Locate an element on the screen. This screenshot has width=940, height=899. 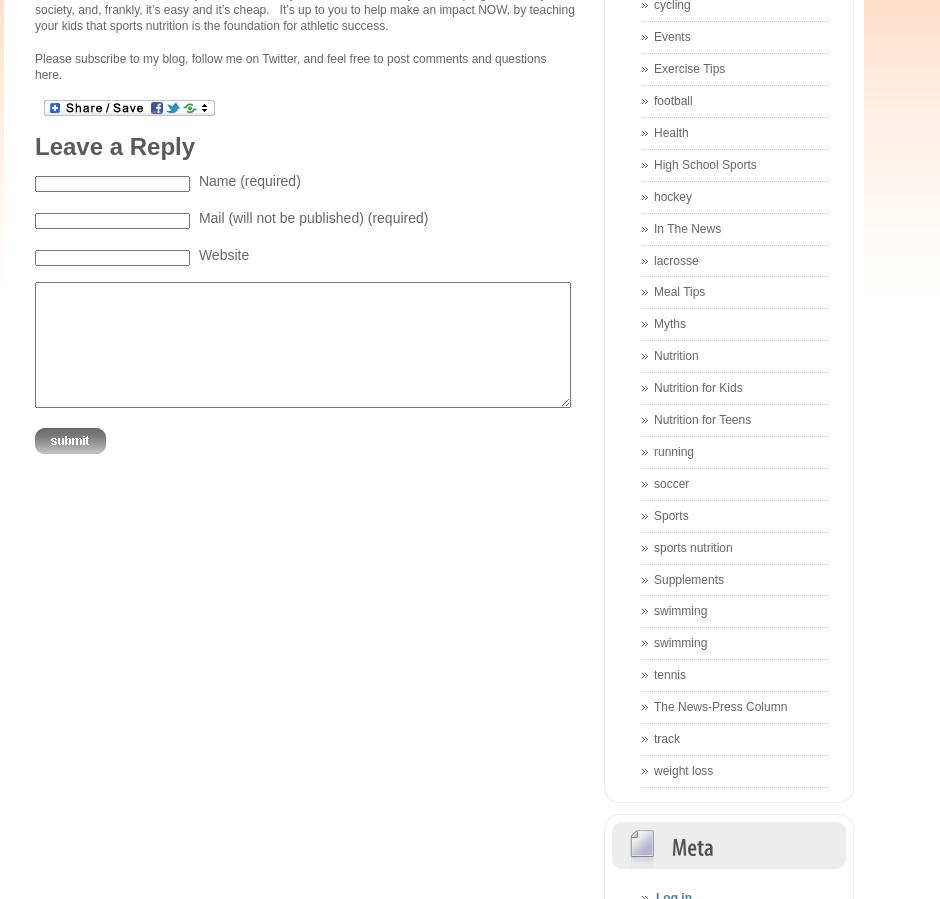
'Events' is located at coordinates (671, 36).